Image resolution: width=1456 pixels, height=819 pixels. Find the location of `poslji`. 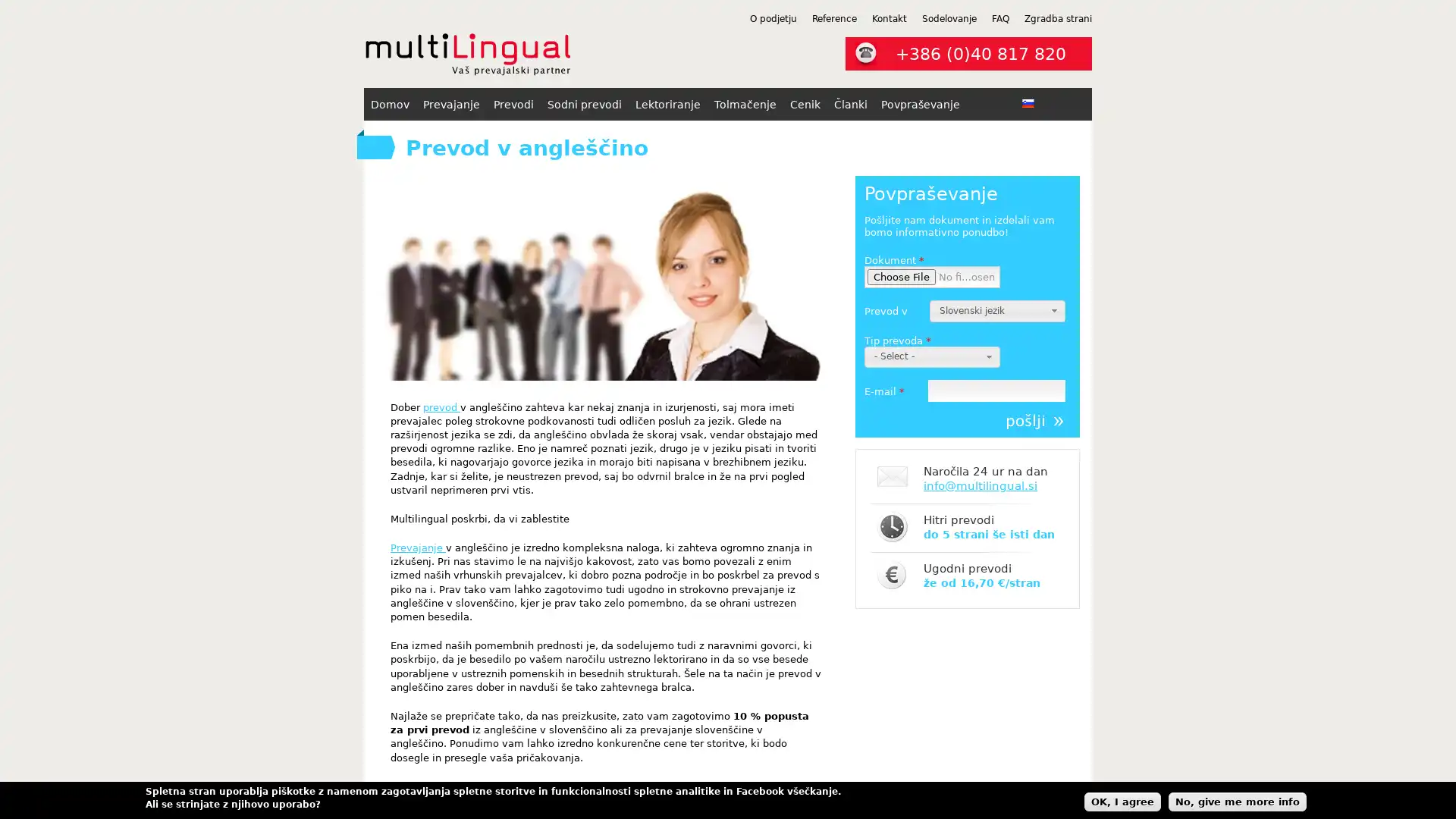

poslji is located at coordinates (1034, 421).